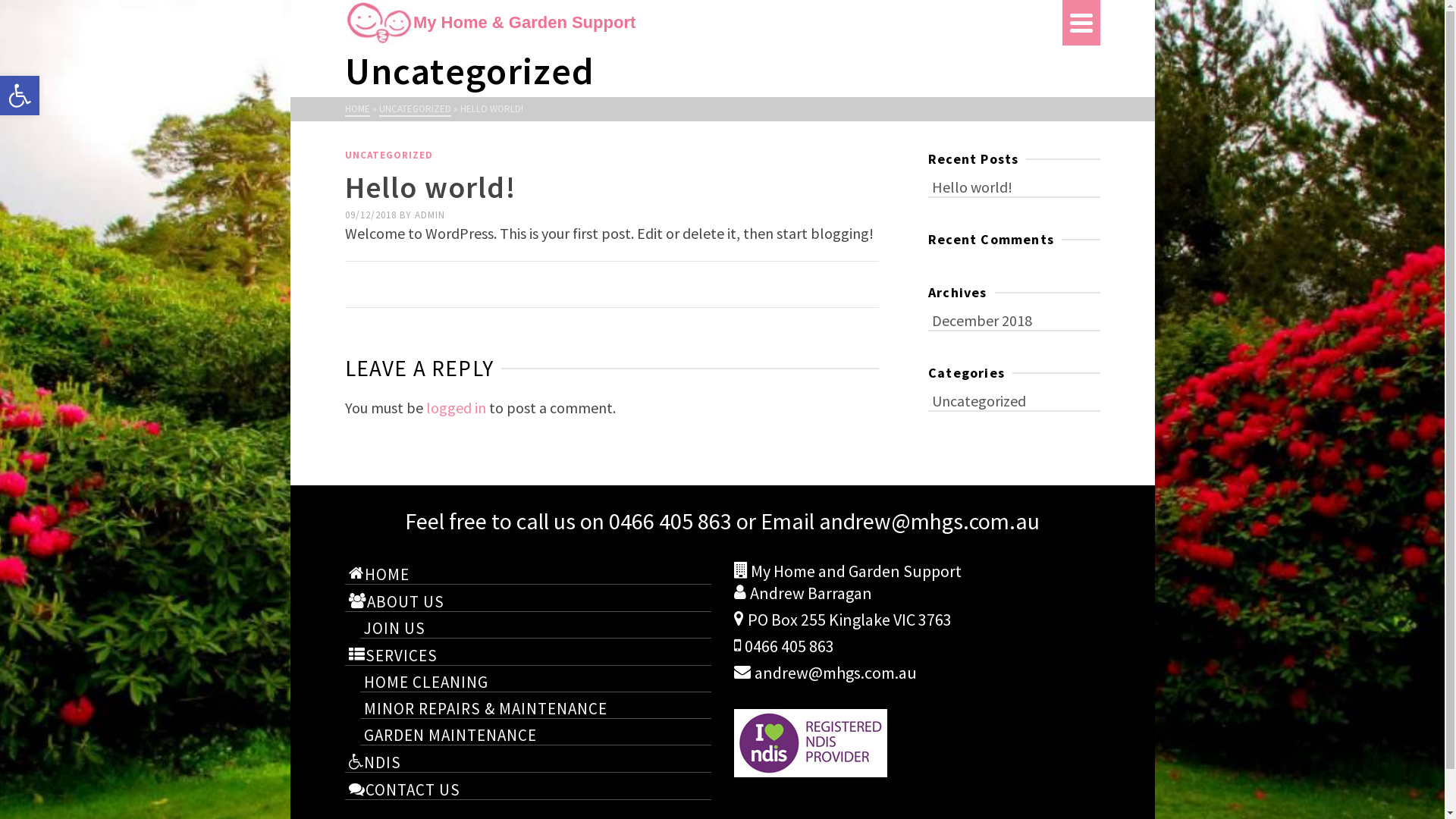  What do you see at coordinates (19, 96) in the screenshot?
I see `'Open toolbar` at bounding box center [19, 96].